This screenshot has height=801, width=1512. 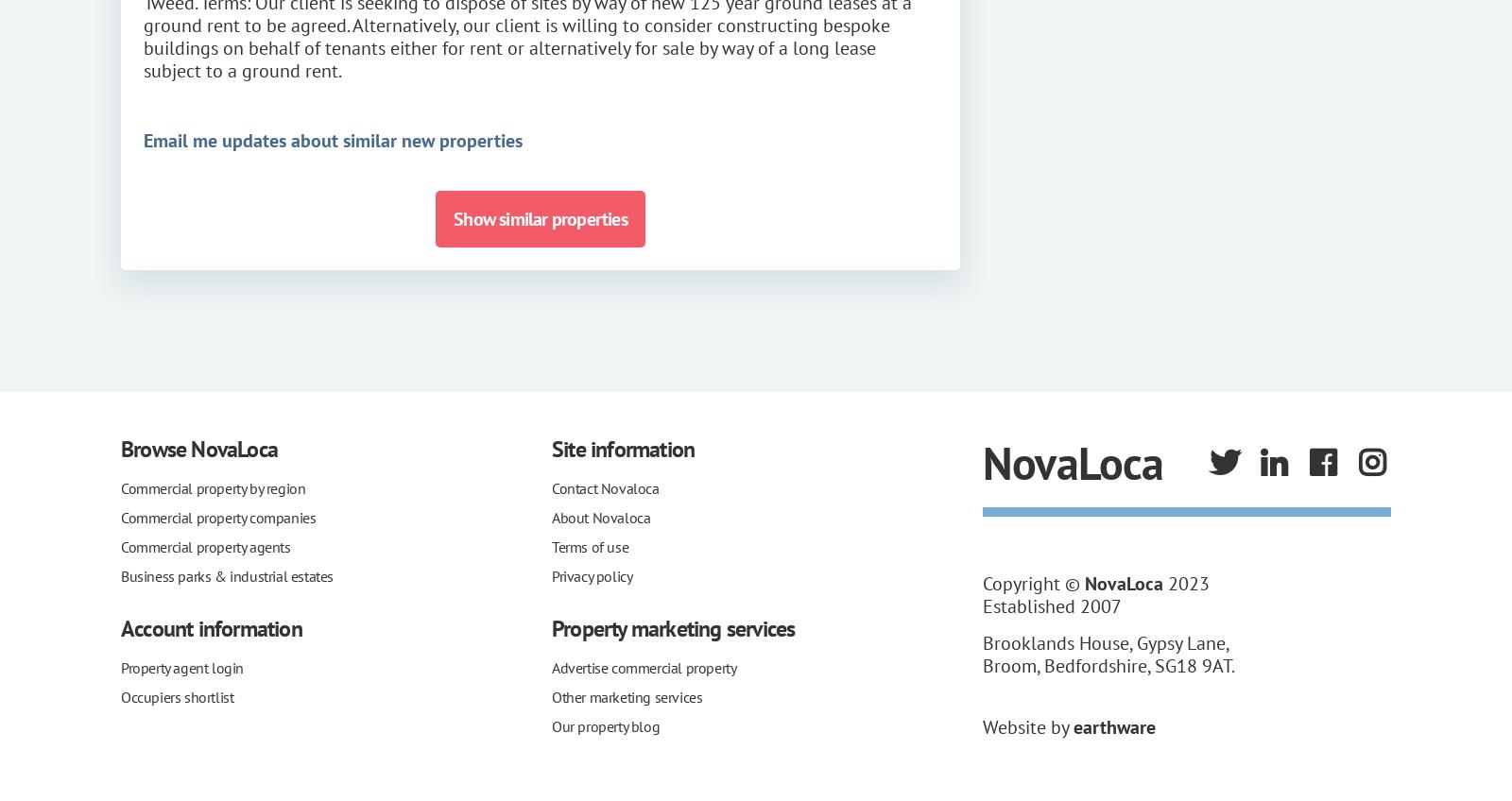 What do you see at coordinates (673, 626) in the screenshot?
I see `'Property marketing services'` at bounding box center [673, 626].